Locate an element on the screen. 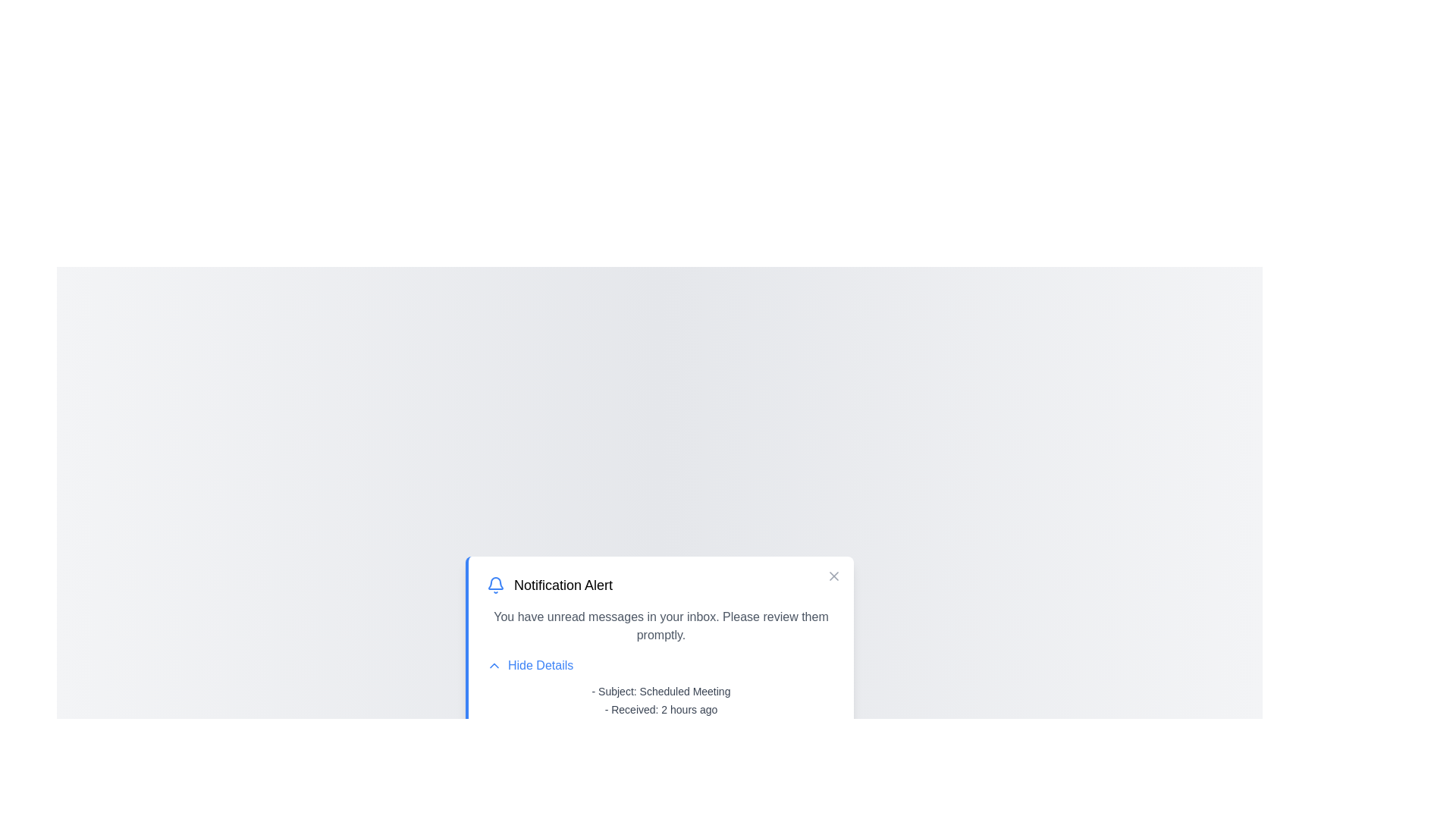 The image size is (1456, 819). close button to dismiss the notification is located at coordinates (833, 576).